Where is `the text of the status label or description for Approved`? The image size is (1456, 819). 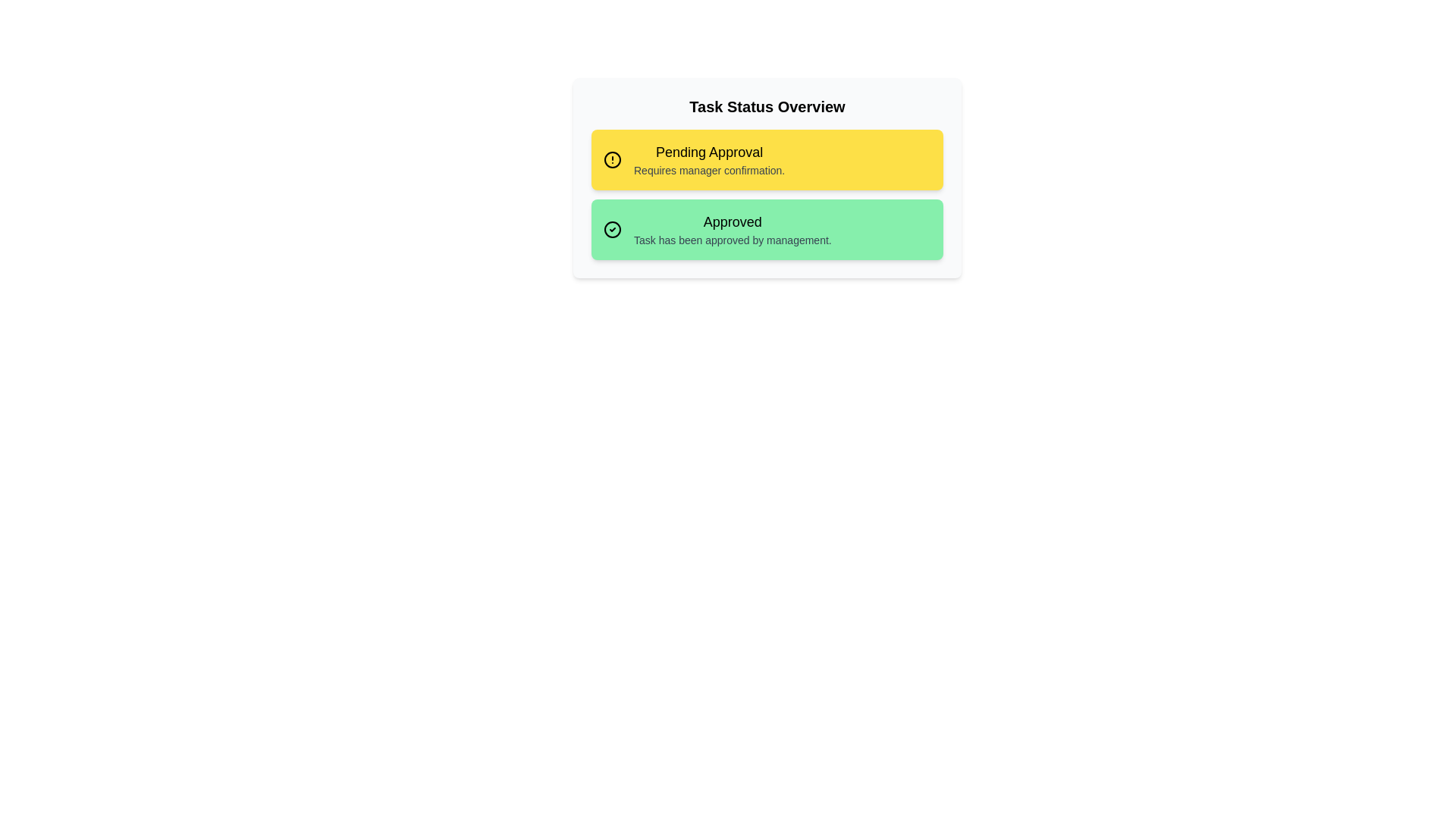 the text of the status label or description for Approved is located at coordinates (732, 222).